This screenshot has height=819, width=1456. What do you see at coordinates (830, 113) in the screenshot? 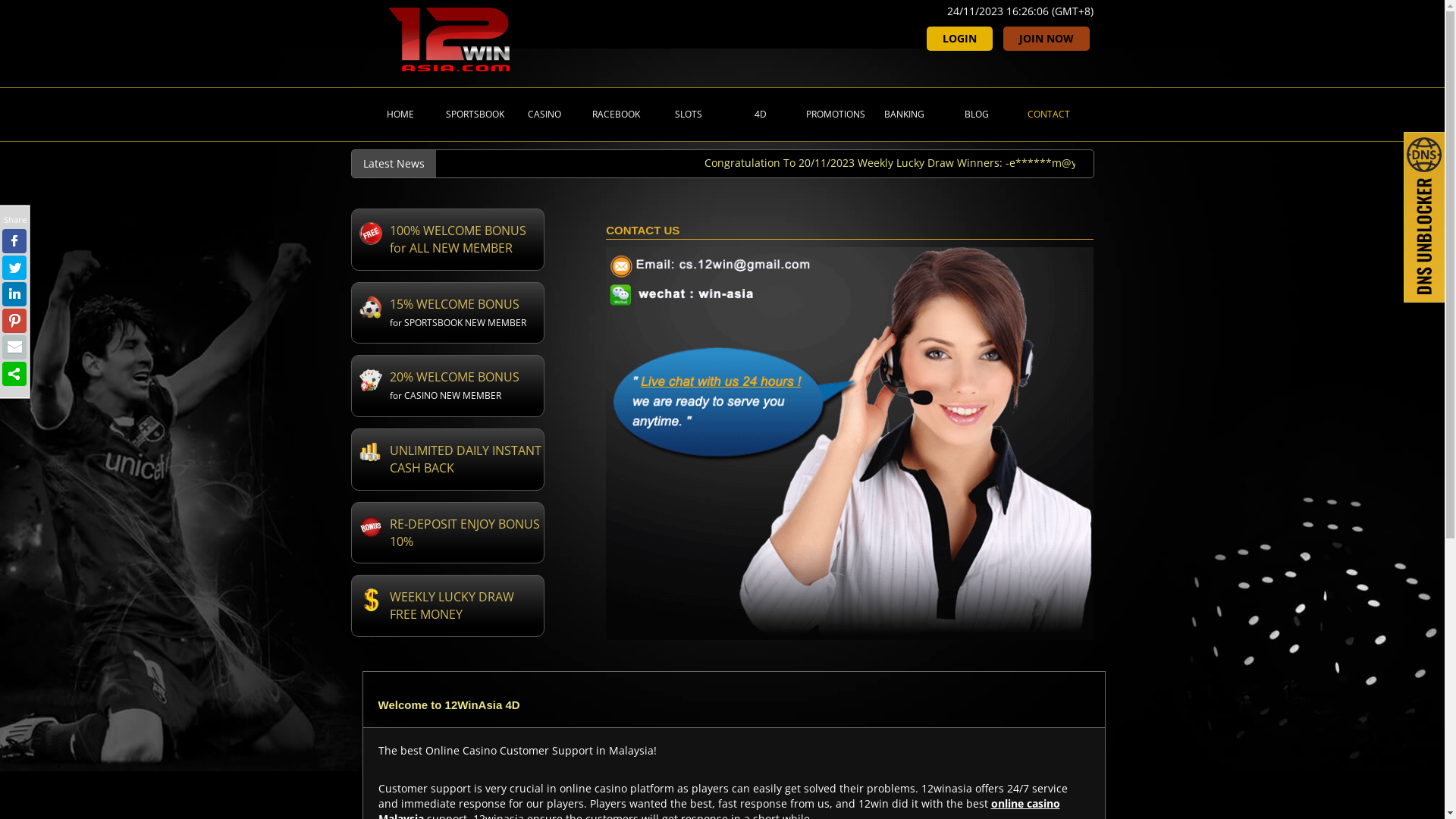
I see `'PROMOTIONS'` at bounding box center [830, 113].